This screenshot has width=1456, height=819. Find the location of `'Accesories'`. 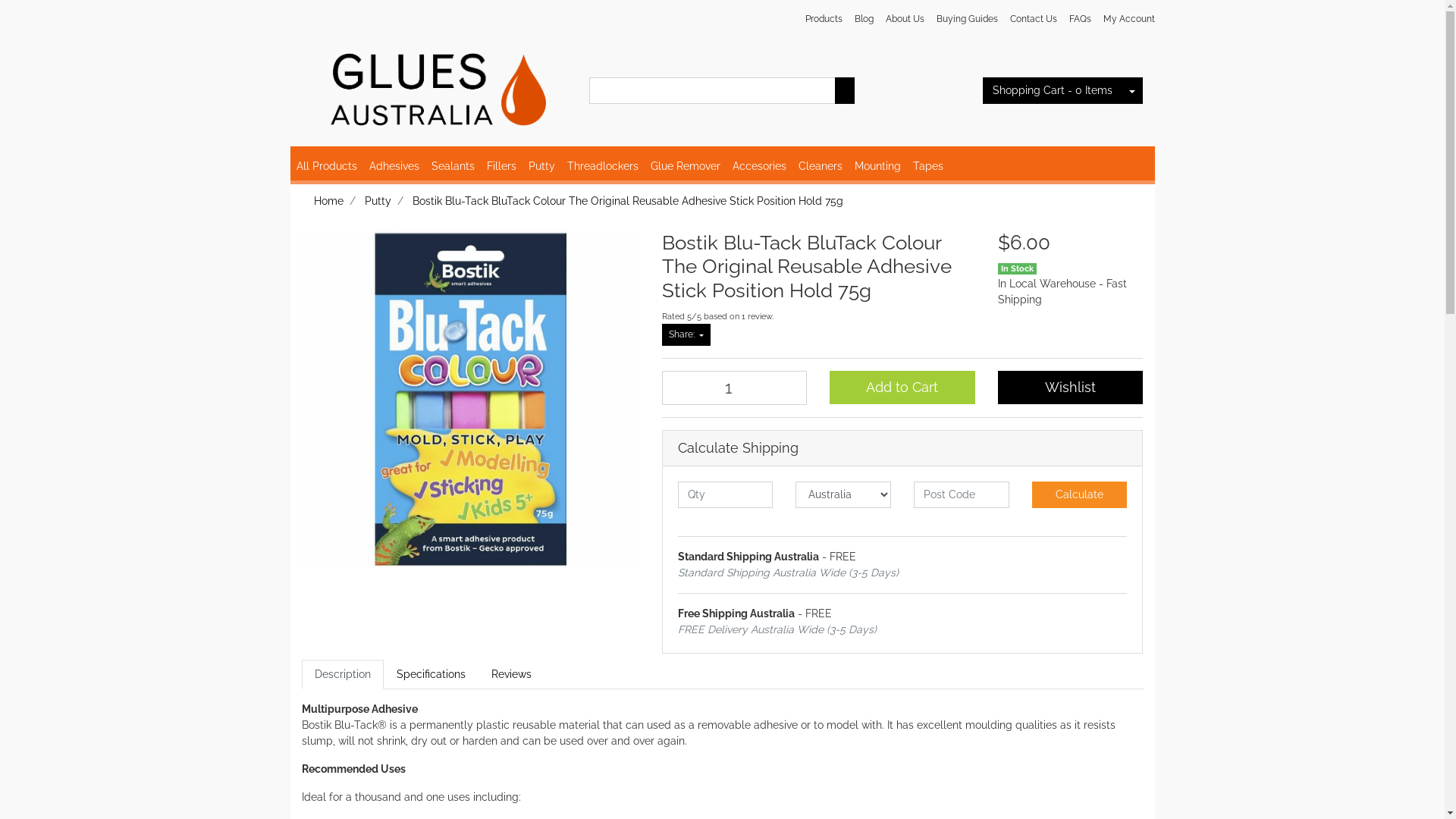

'Accesories' is located at coordinates (726, 166).